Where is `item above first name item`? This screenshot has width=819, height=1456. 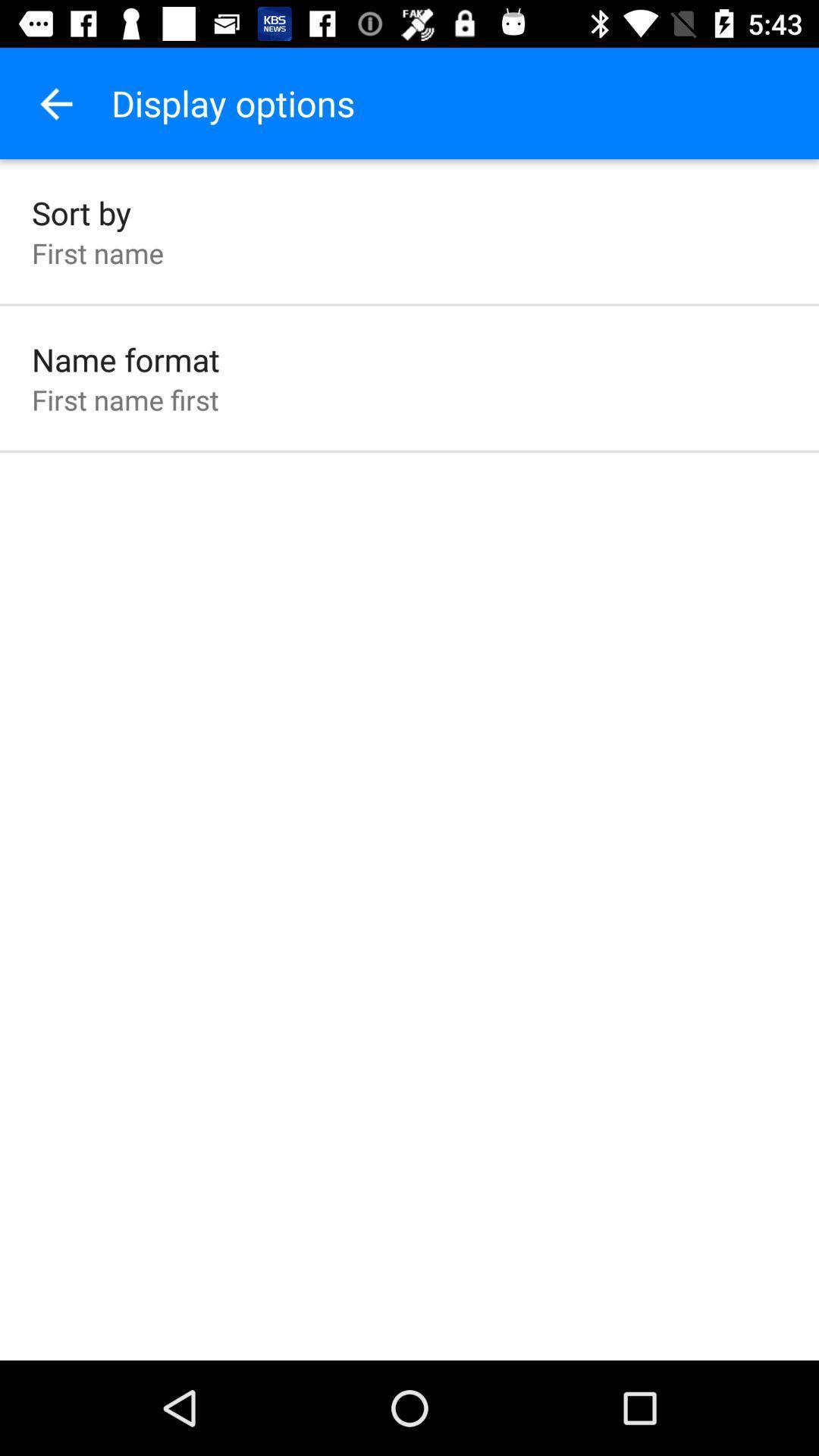
item above first name item is located at coordinates (81, 212).